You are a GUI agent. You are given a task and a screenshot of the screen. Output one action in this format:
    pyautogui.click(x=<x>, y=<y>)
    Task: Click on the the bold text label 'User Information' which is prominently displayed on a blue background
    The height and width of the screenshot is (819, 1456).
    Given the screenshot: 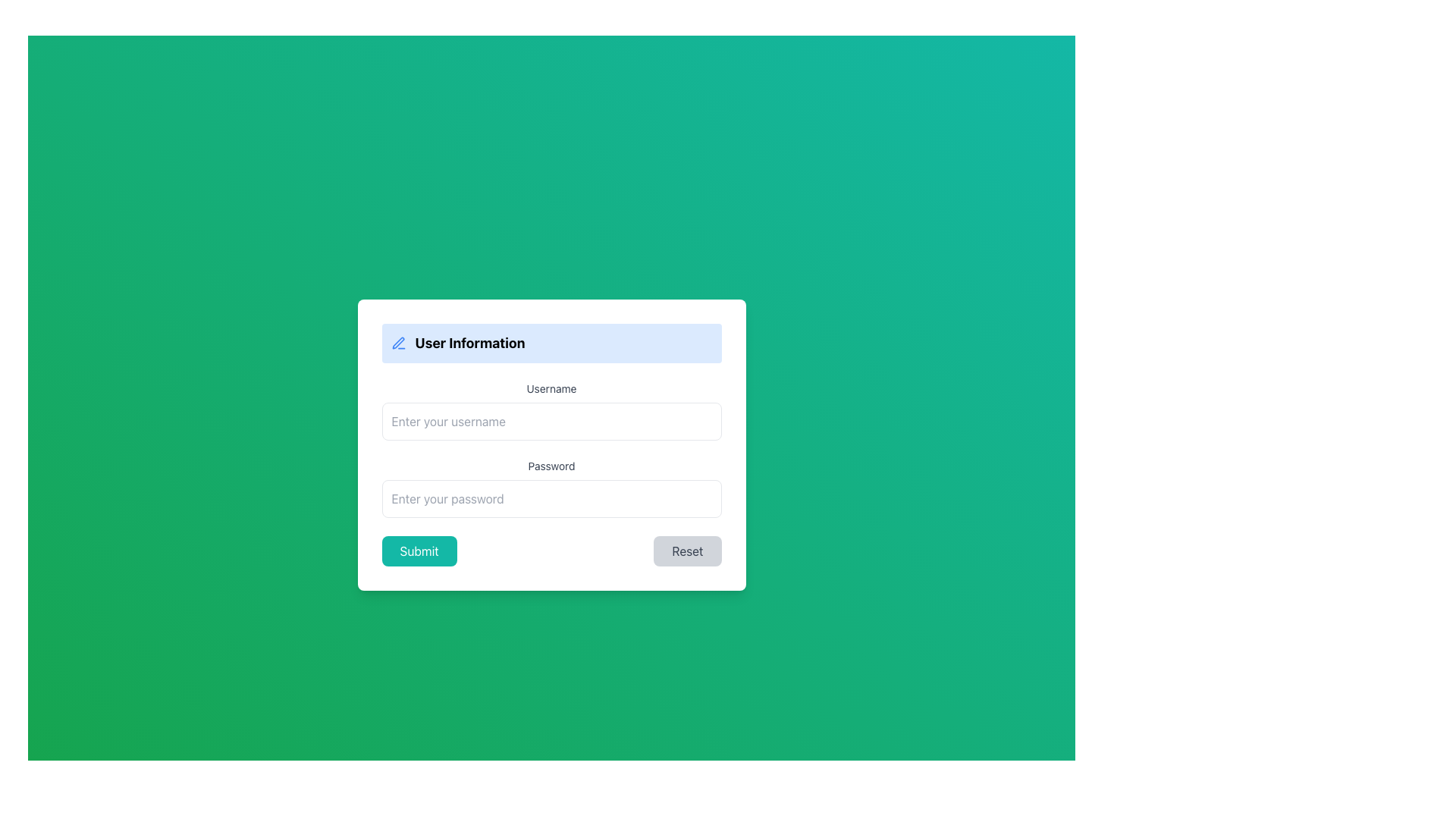 What is the action you would take?
    pyautogui.click(x=469, y=343)
    